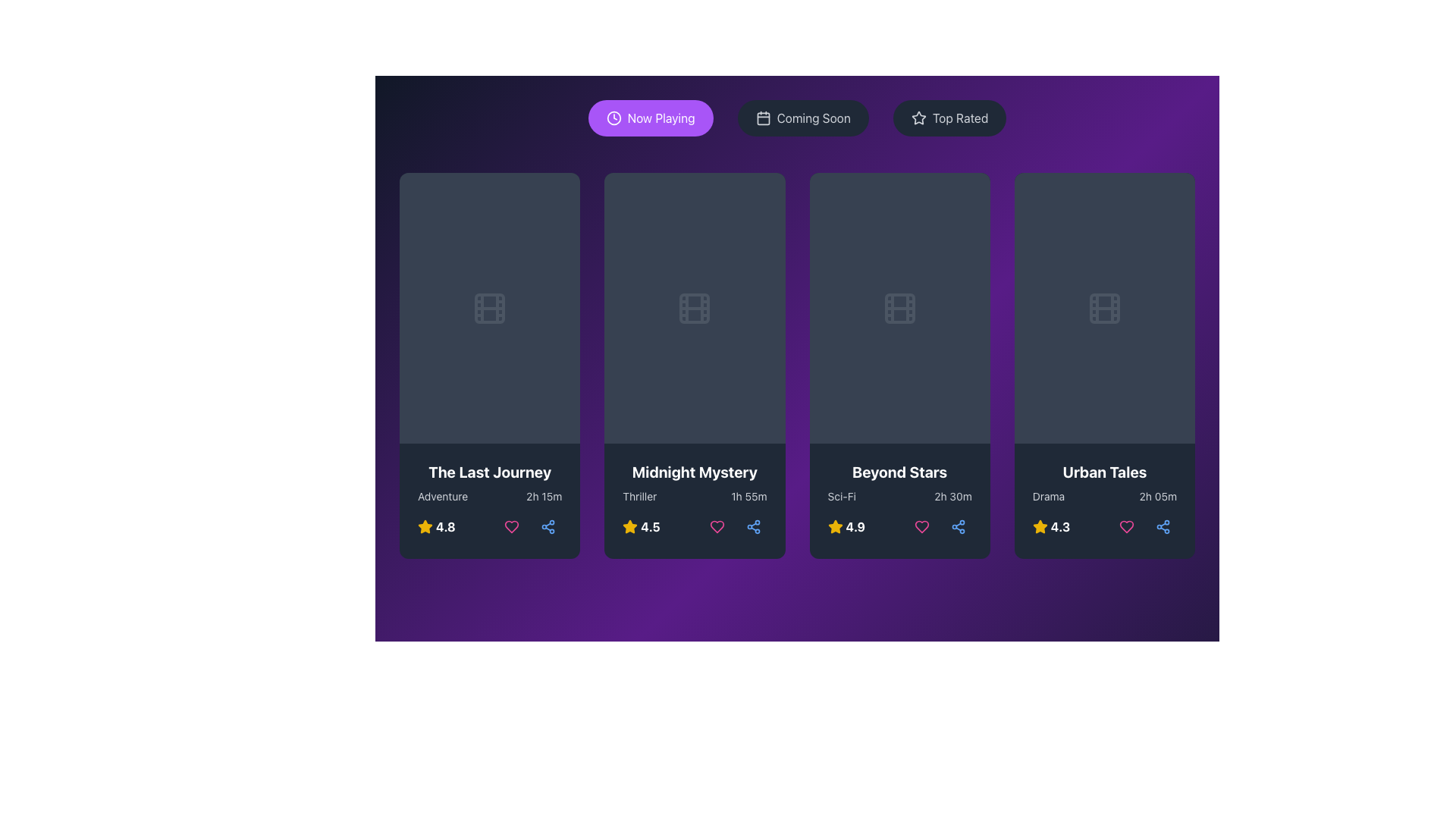  What do you see at coordinates (425, 526) in the screenshot?
I see `the yellow filled star icon used in the rating system located beside the text '4.8' to trigger visual effects` at bounding box center [425, 526].